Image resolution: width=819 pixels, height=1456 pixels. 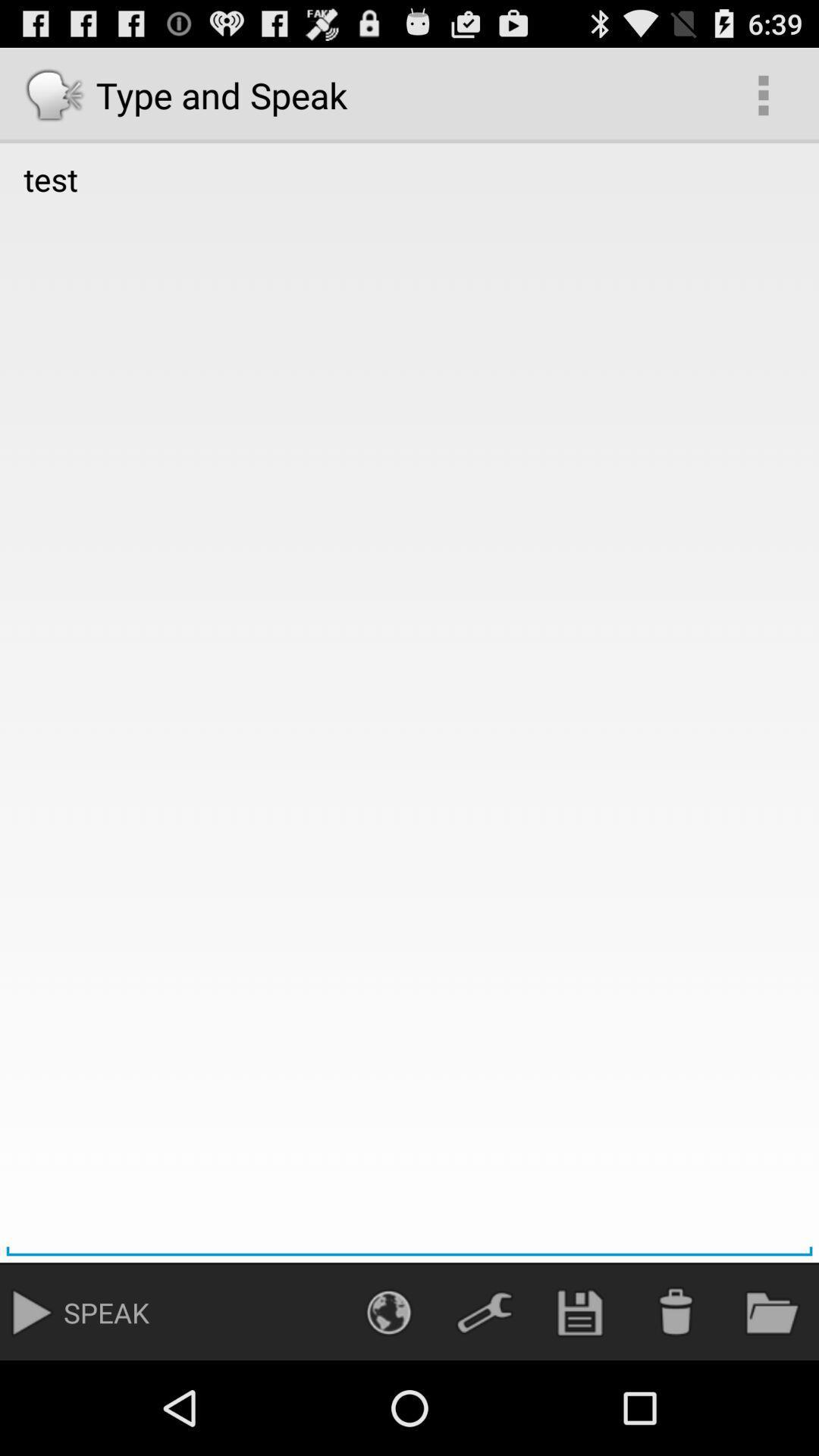 What do you see at coordinates (675, 1404) in the screenshot?
I see `the delete icon` at bounding box center [675, 1404].